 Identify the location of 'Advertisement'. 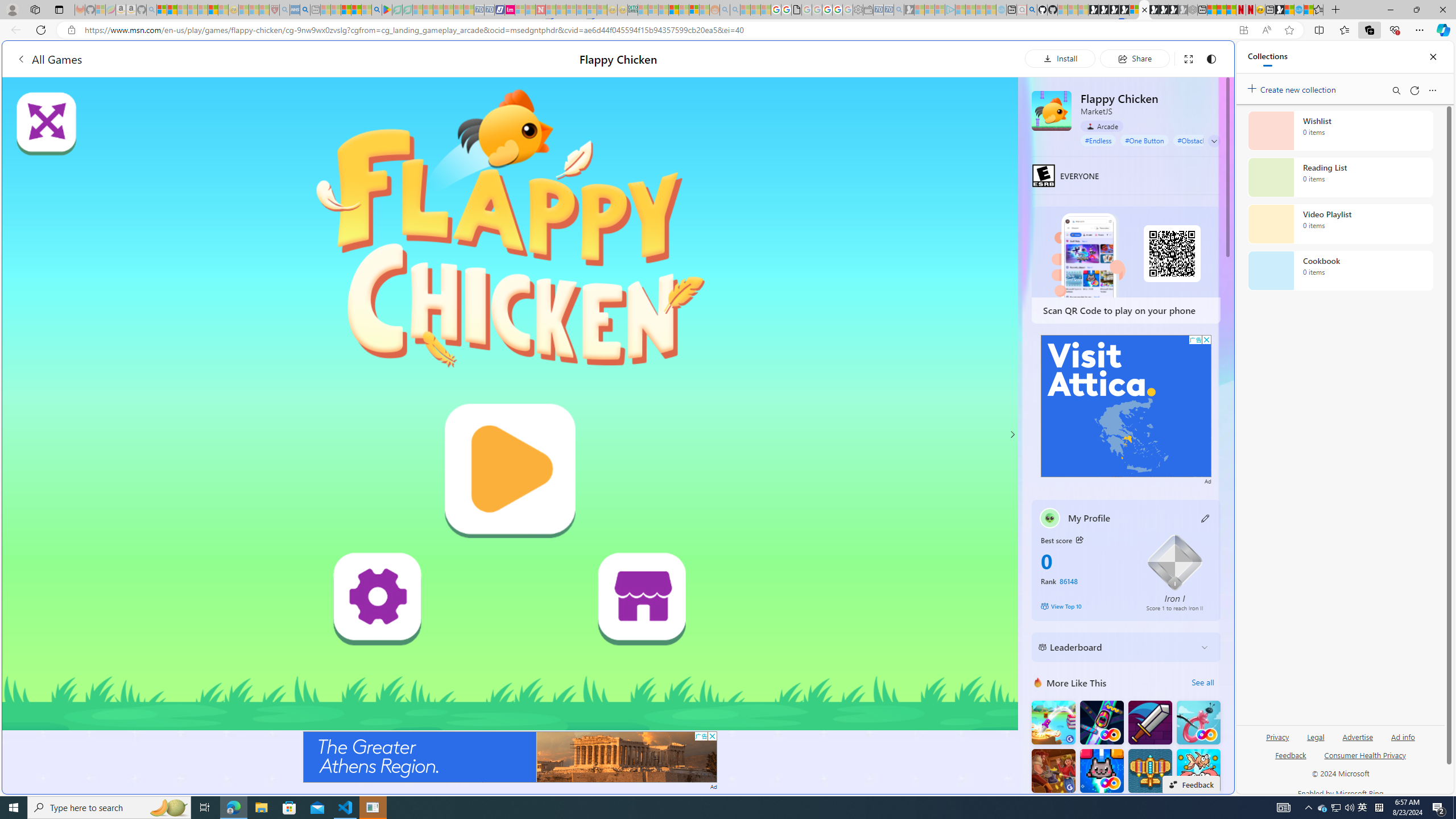
(1126, 406).